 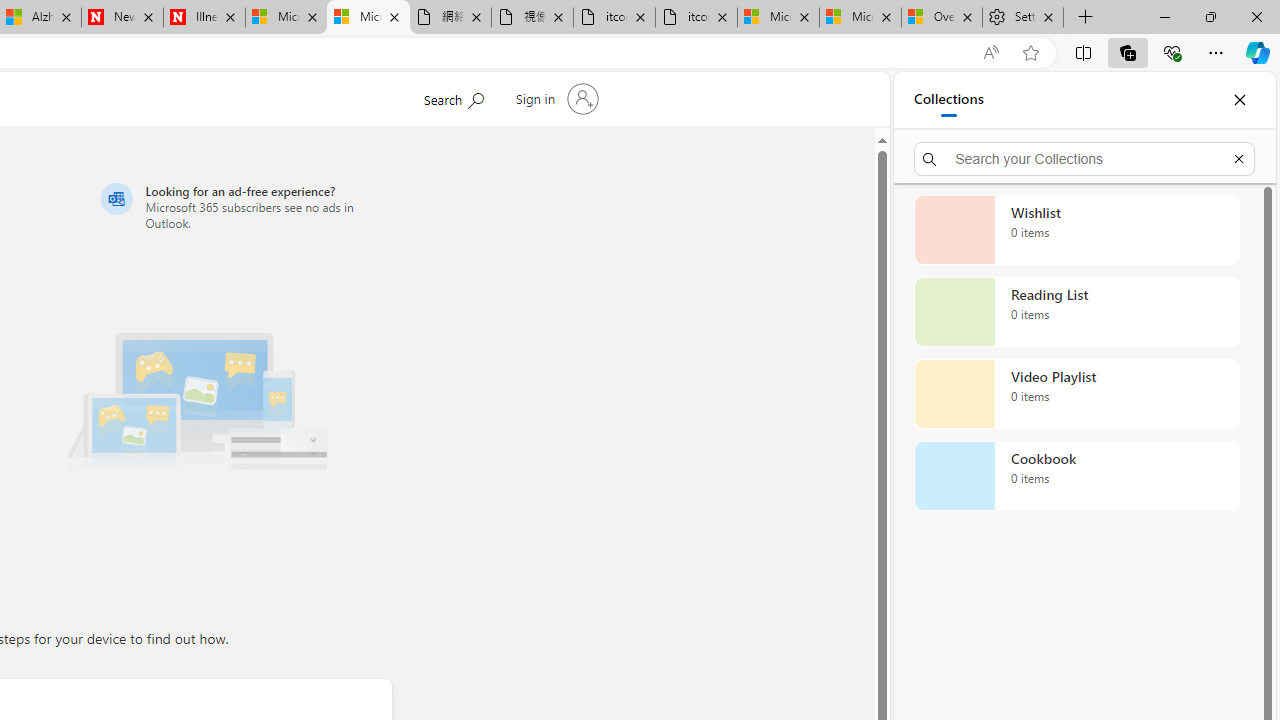 I want to click on 'Reading List collection, 0 items', so click(x=1076, y=312).